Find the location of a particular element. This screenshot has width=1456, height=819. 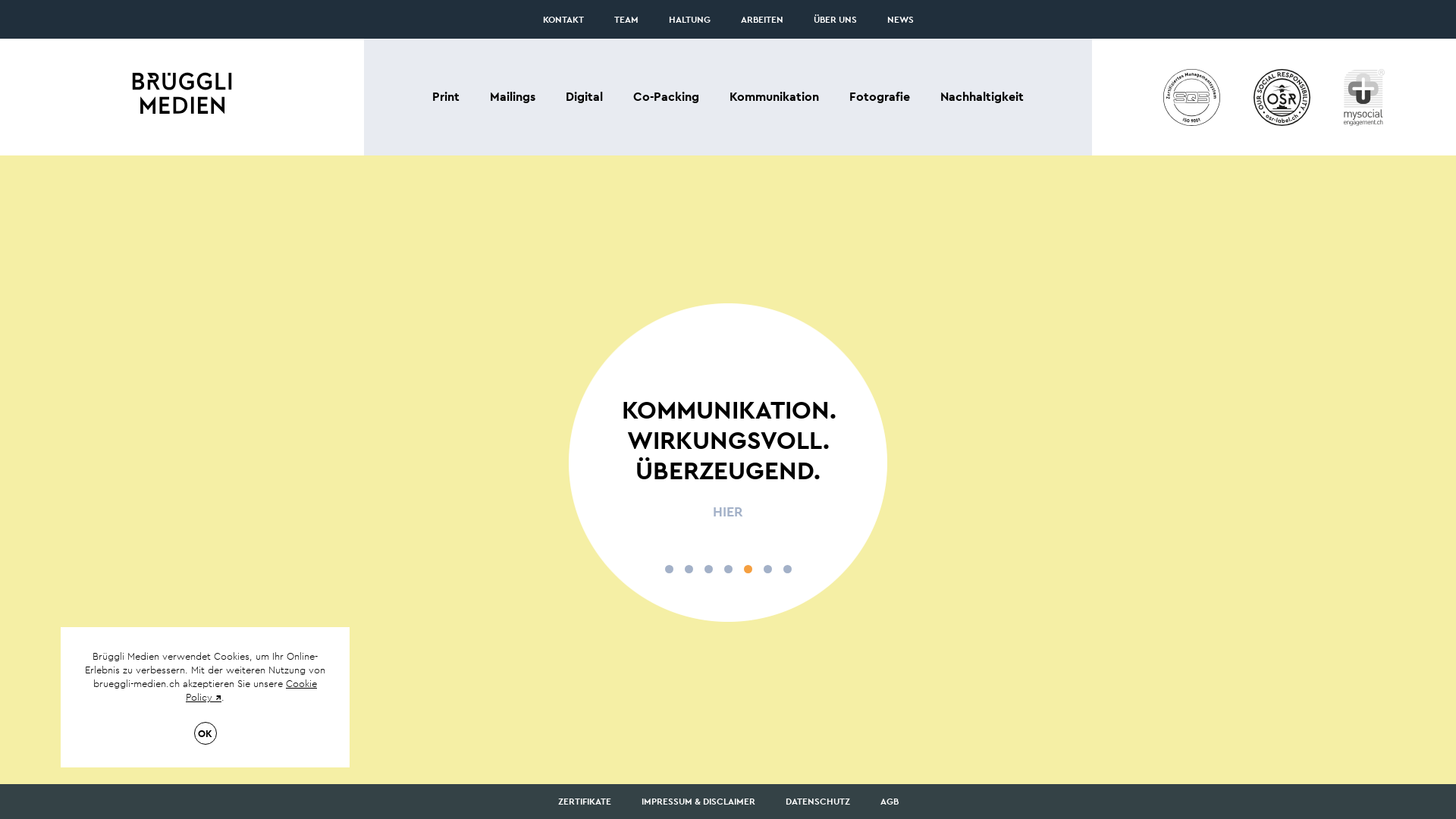

'Co-Packing' is located at coordinates (666, 96).